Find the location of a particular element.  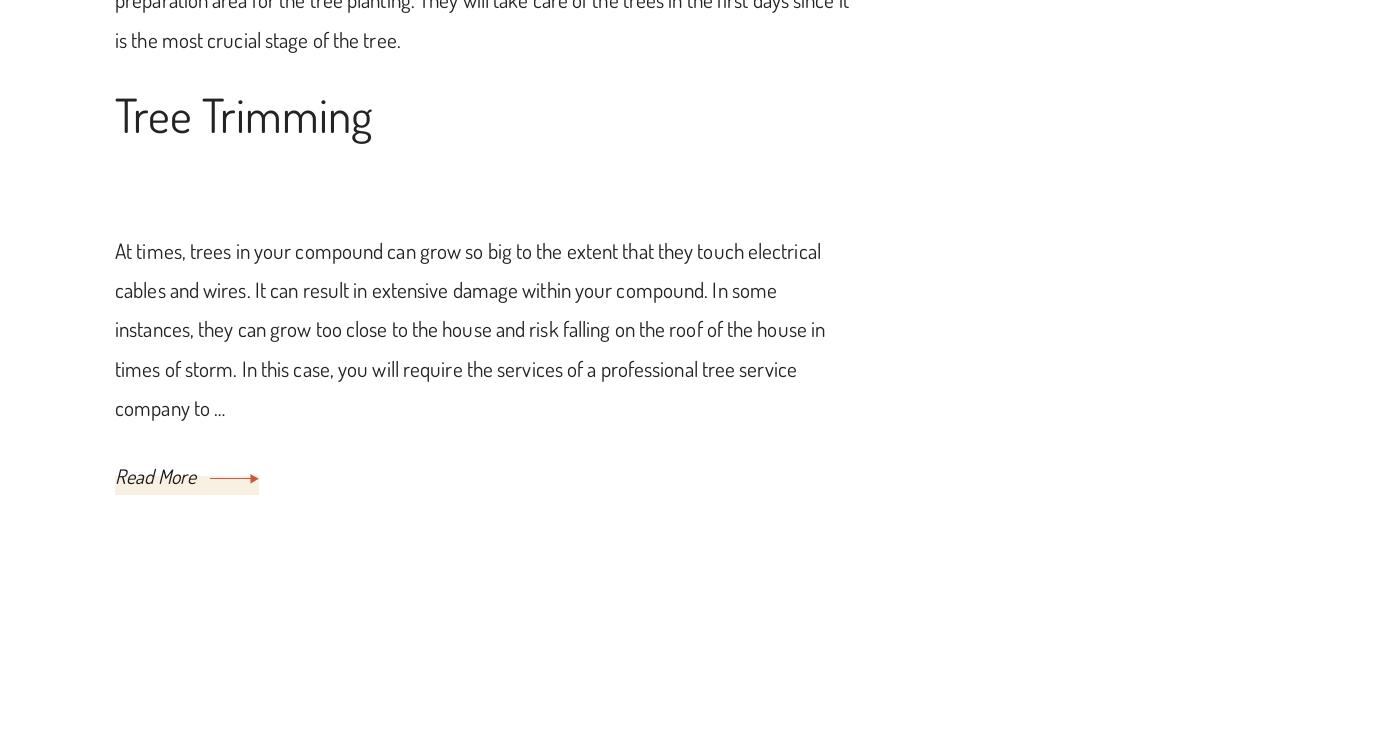

'Tree Trimming' is located at coordinates (243, 113).